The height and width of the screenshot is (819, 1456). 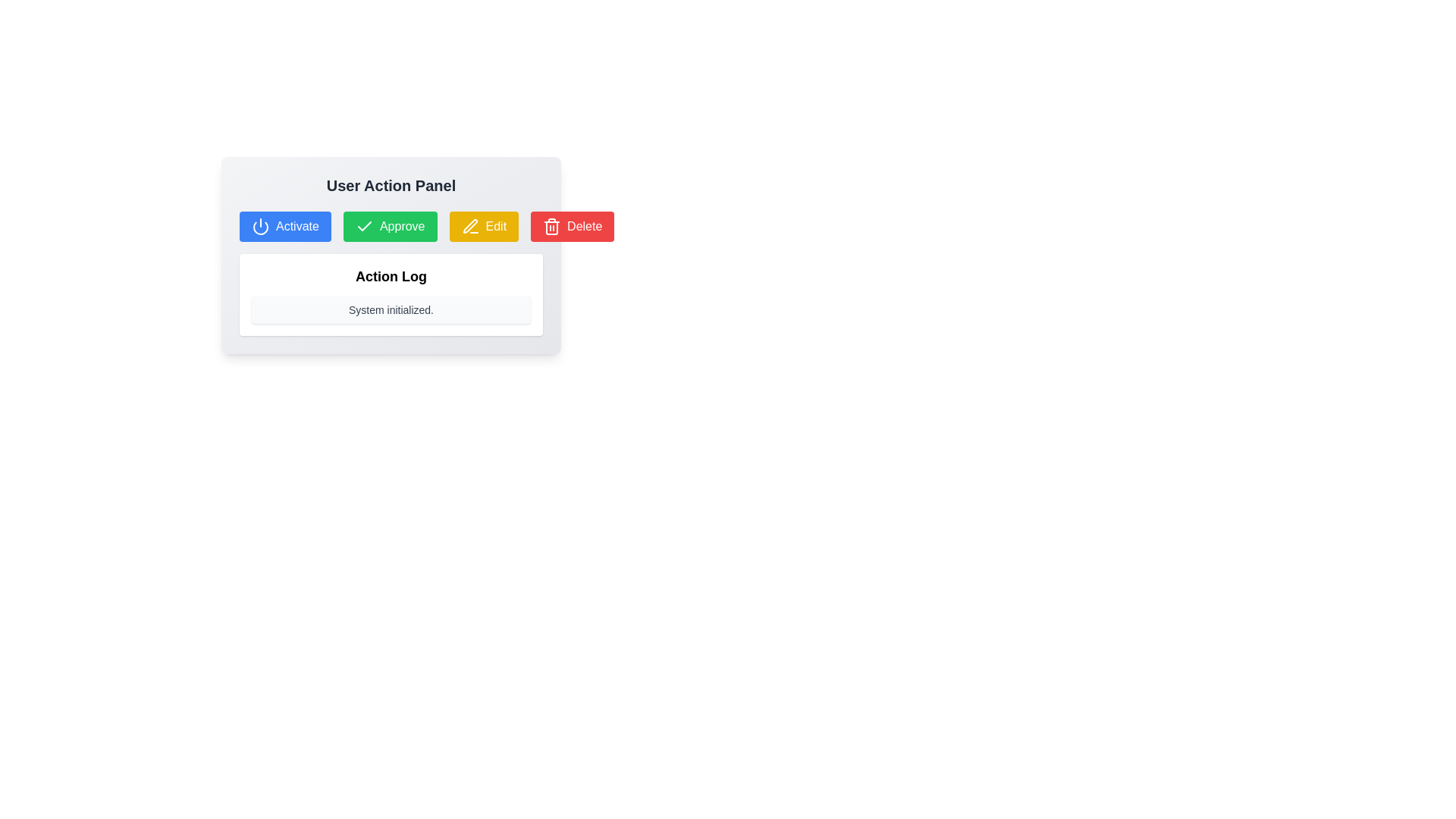 What do you see at coordinates (391, 277) in the screenshot?
I see `the Heading text that serves as a title for the actions logged, located inside a white rectangular box with rounded corners and a shadow, positioned below colorful buttons` at bounding box center [391, 277].